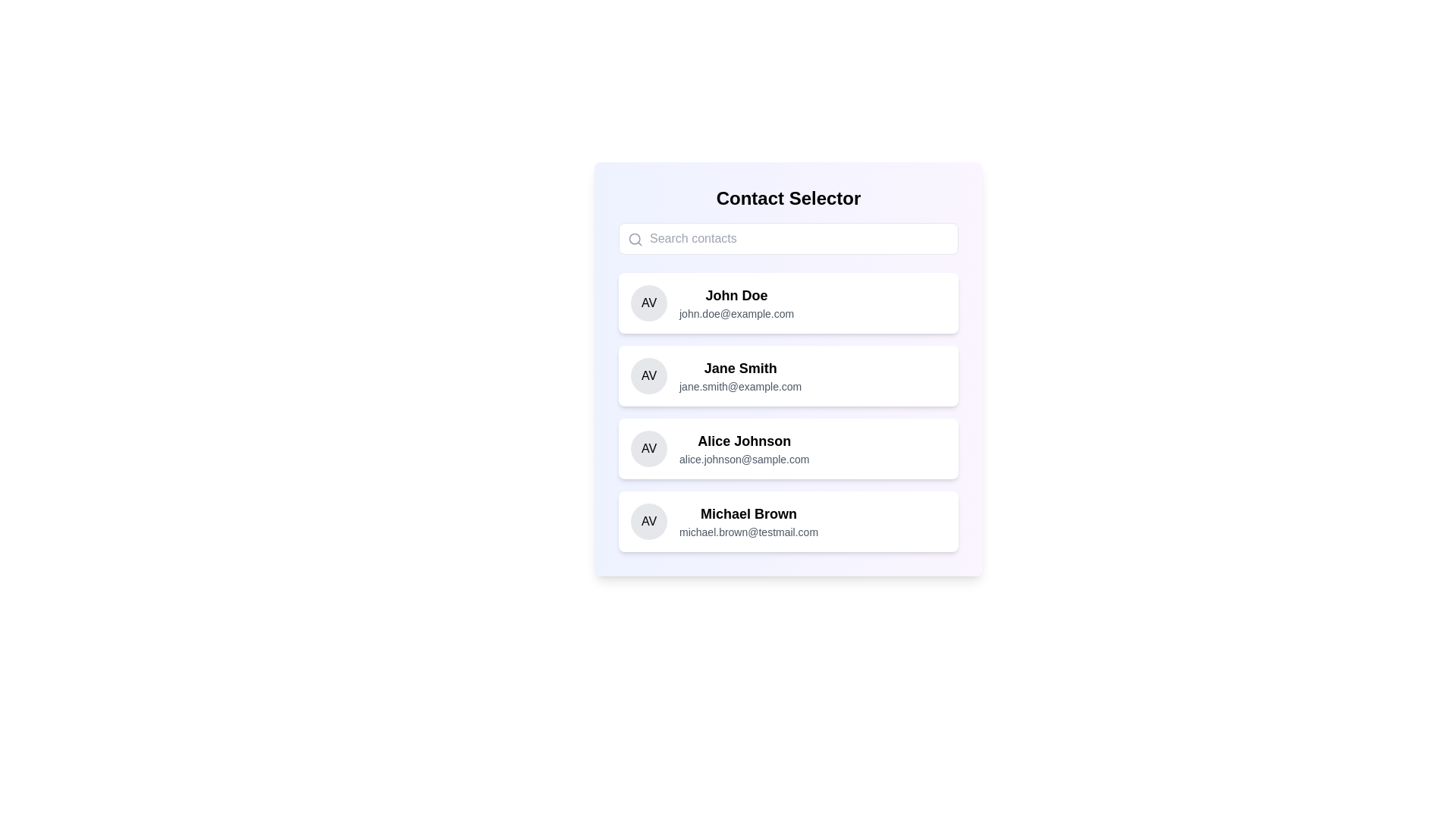 The height and width of the screenshot is (819, 1456). I want to click on the text label displaying 'Alice Johnson' which is part of the third contact entry in the 'Contact Selector' section, so click(744, 441).